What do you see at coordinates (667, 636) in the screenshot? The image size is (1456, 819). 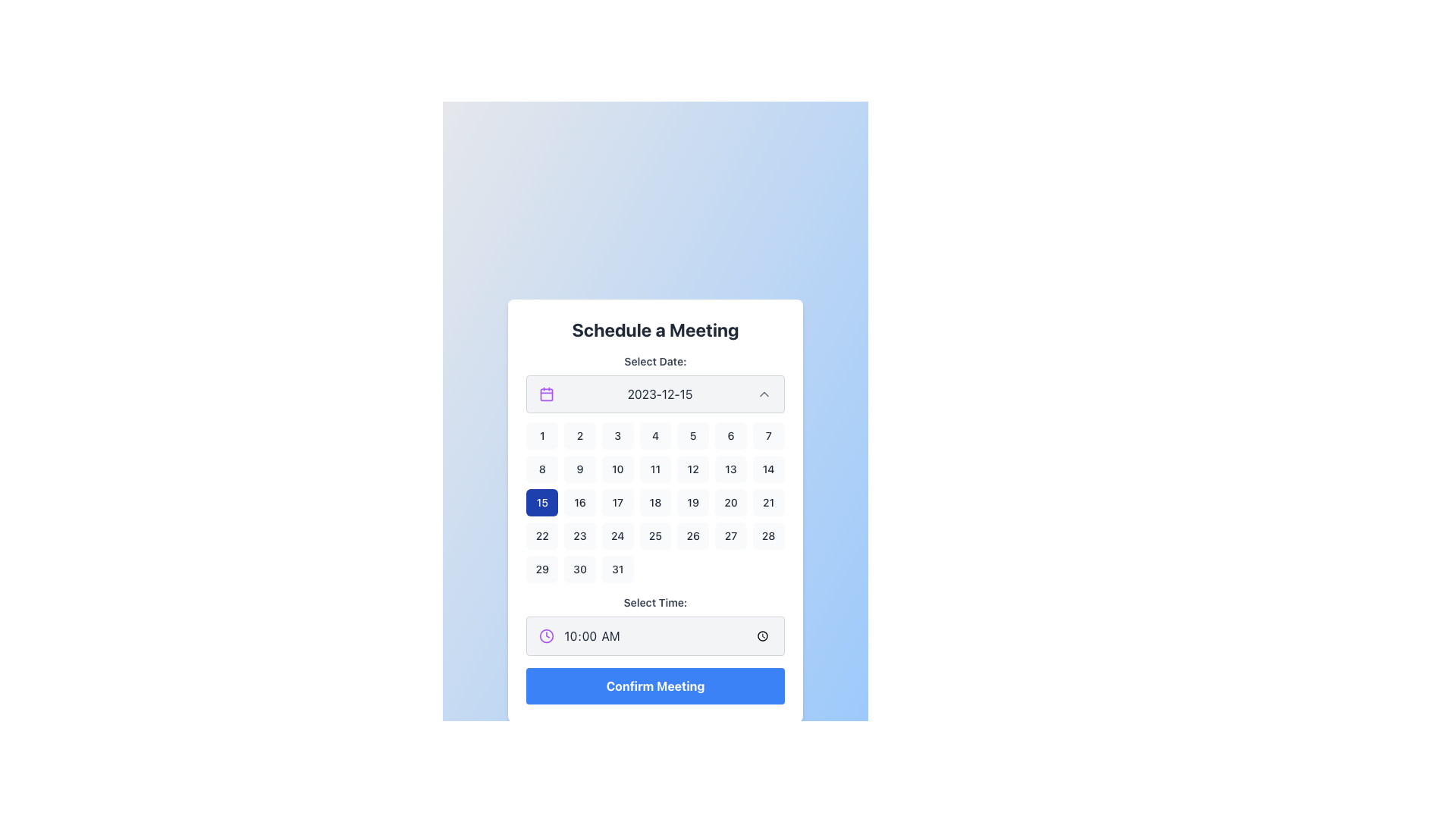 I see `the Time input field located beneath the calendar component in the 'Schedule a Meeting' interface to enter edit mode` at bounding box center [667, 636].